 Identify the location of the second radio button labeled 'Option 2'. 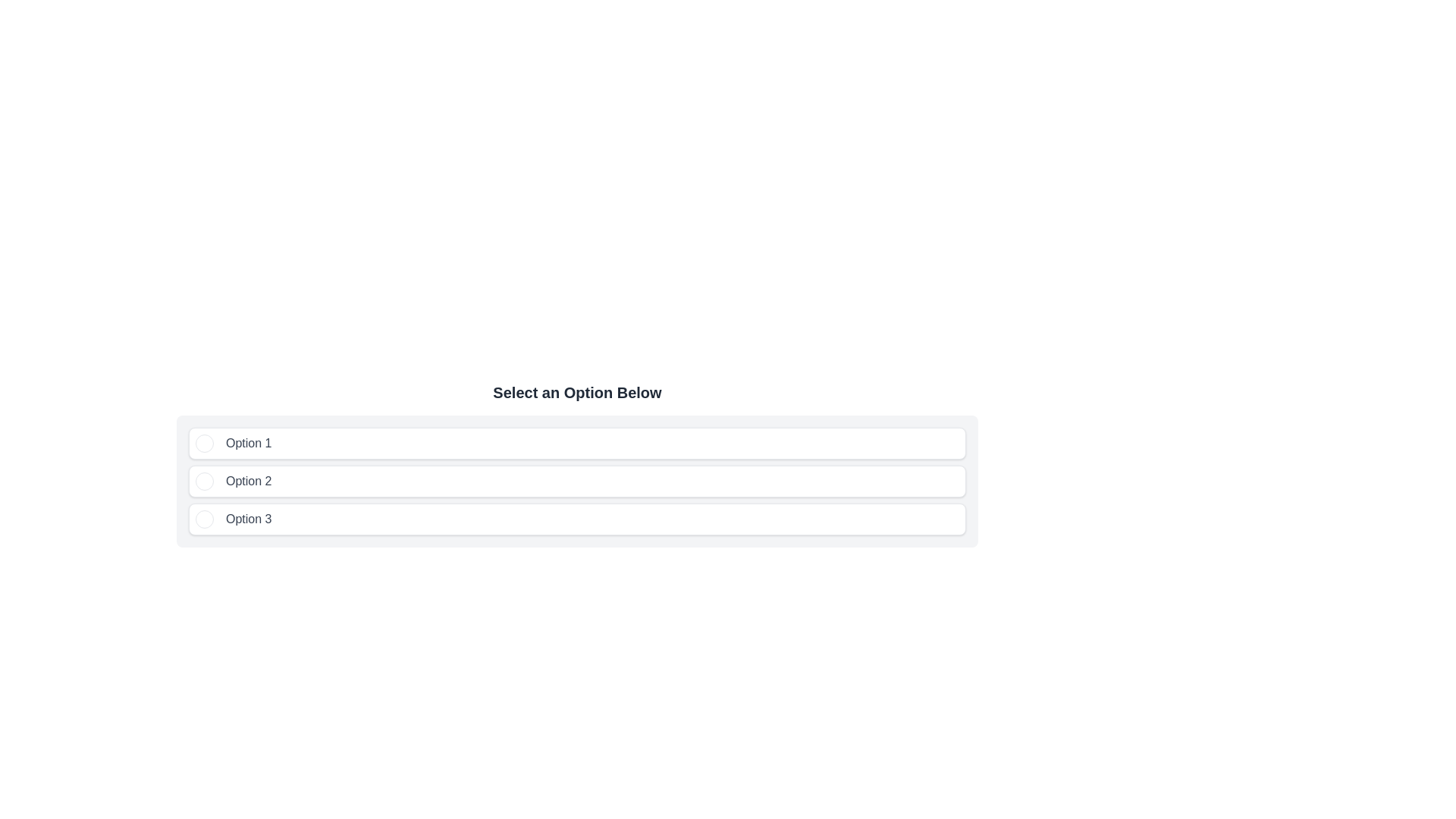
(576, 482).